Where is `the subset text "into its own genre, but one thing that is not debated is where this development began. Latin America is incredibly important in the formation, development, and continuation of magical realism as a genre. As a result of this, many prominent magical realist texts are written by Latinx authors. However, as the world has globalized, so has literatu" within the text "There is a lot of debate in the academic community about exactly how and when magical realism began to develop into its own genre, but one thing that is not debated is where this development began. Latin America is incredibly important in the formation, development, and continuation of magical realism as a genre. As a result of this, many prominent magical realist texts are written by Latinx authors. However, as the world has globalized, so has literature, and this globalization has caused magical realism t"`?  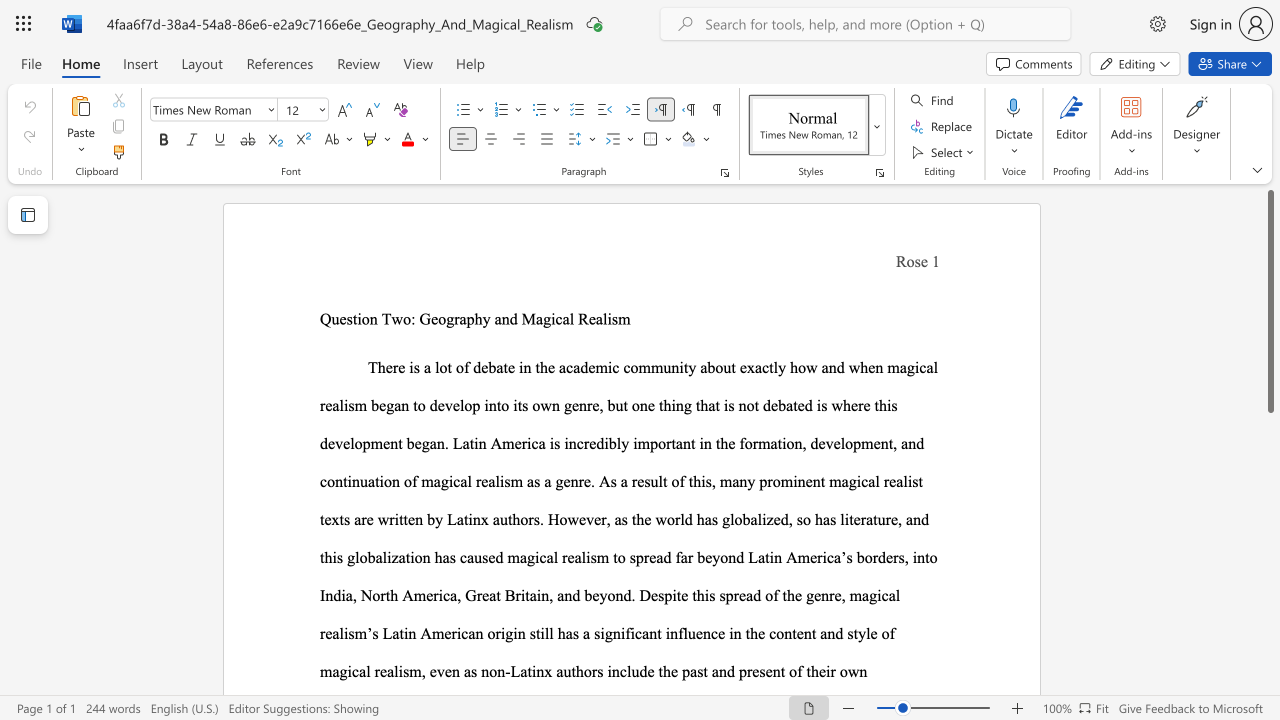
the subset text "into its own genre, but one thing that is not debated is where this development began. Latin America is incredibly important in the formation, development, and continuation of magical realism as a genre. As a result of this, many prominent magical realist texts are written by Latinx authors. However, as the world has globalized, so has literatu" within the text "There is a lot of debate in the academic community about exactly how and when magical realism began to develop into its own genre, but one thing that is not debated is where this development began. Latin America is incredibly important in the formation, development, and continuation of magical realism as a genre. As a result of this, many prominent magical realist texts are written by Latinx authors. However, as the world has globalized, so has literature, and this globalization has caused magical realism t" is located at coordinates (484, 405).